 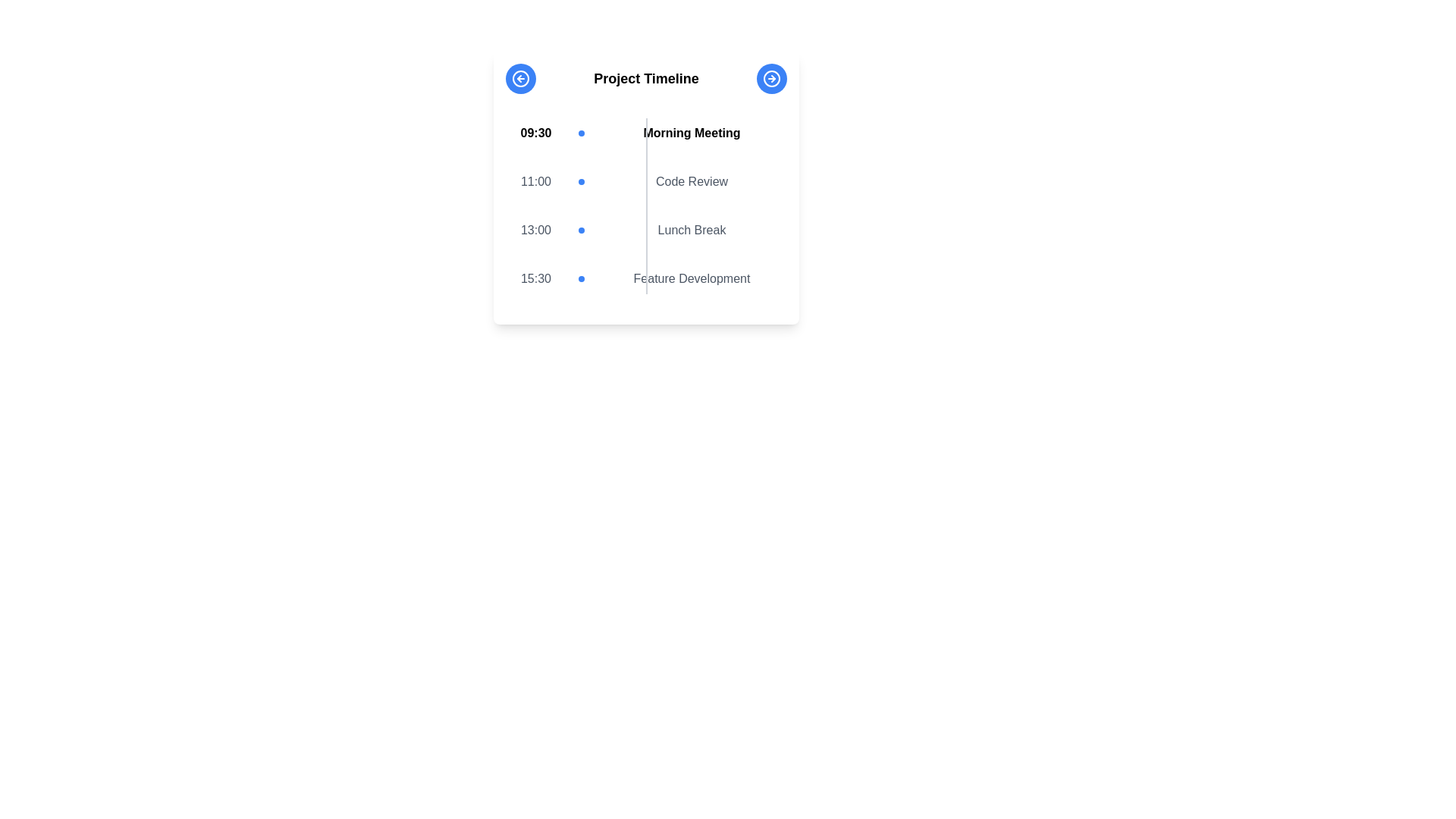 I want to click on the first time label displaying the scheduled time for the 'Morning Meeting' event, so click(x=535, y=133).